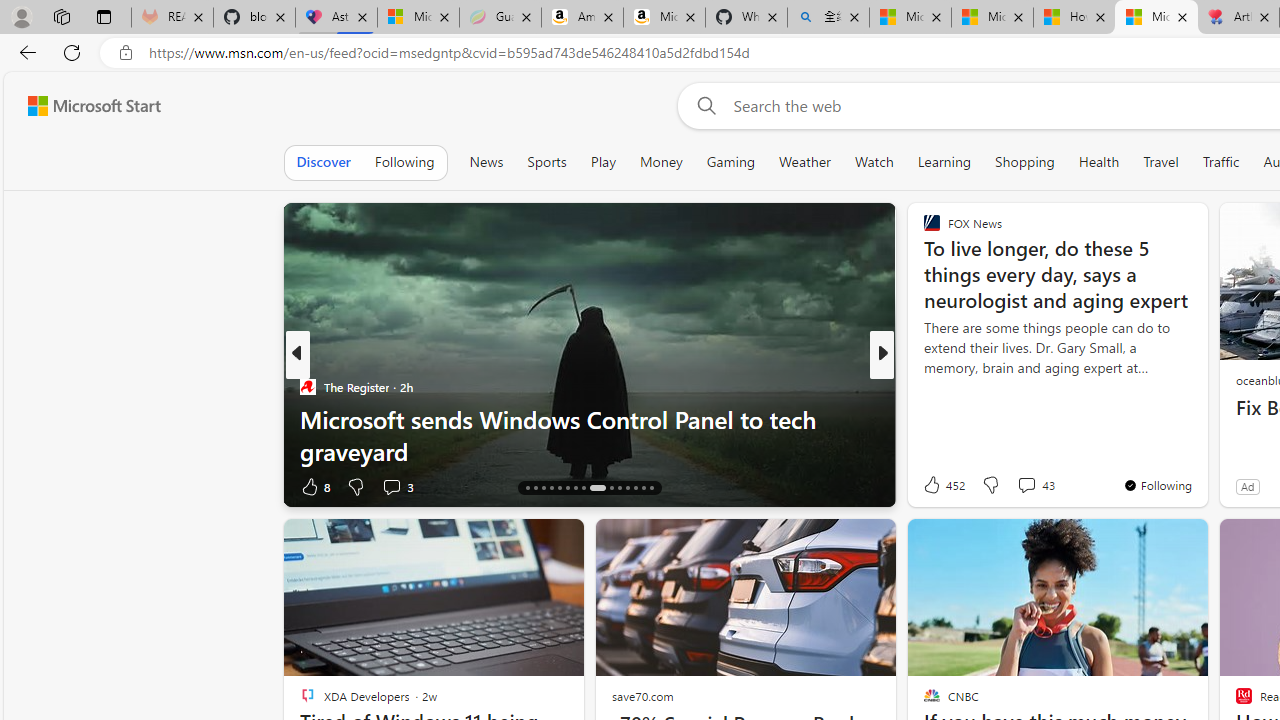 Image resolution: width=1280 pixels, height=720 pixels. Describe the element at coordinates (650, 488) in the screenshot. I see `'AutomationID: tab-30'` at that location.